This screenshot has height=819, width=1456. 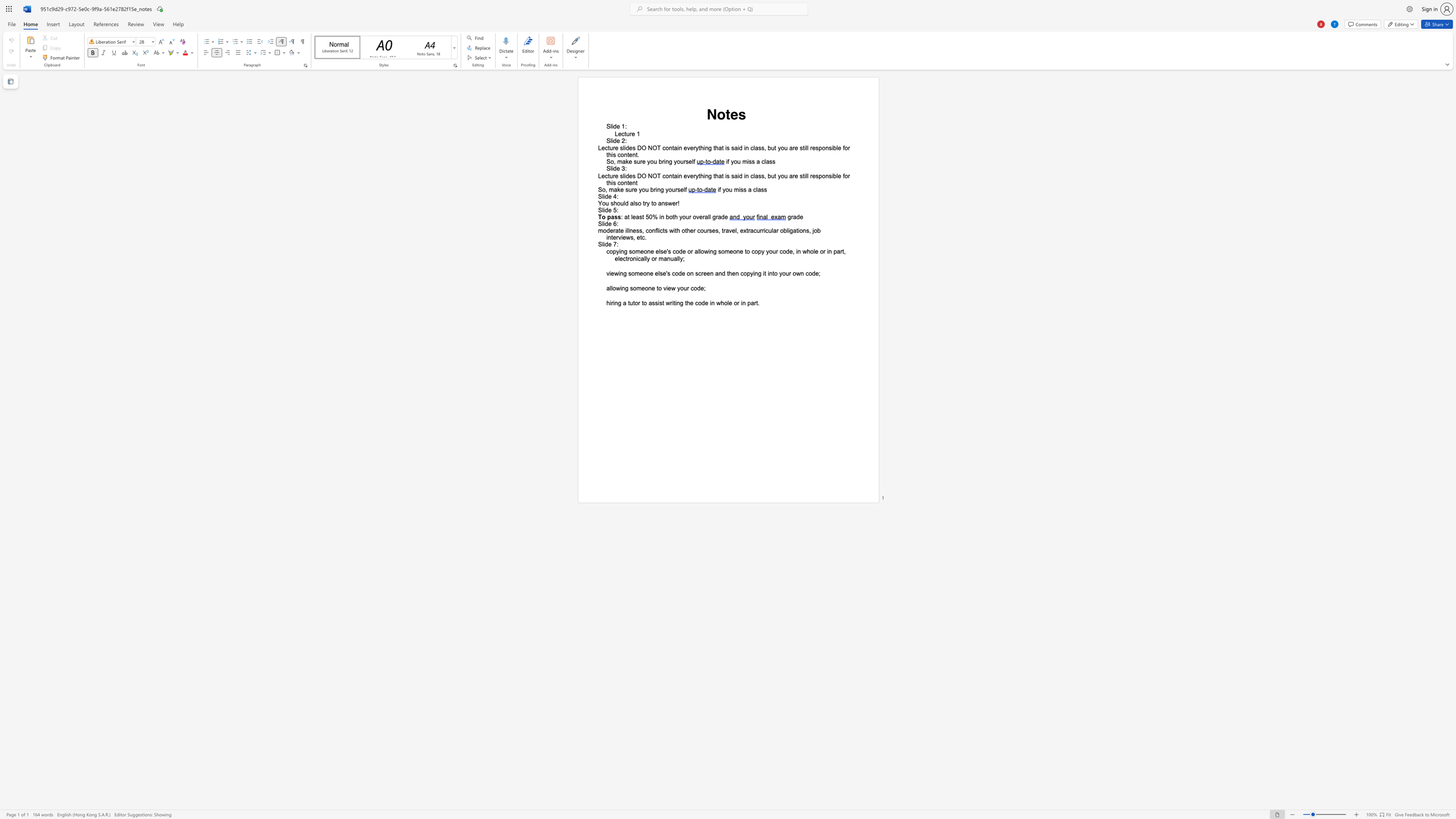 What do you see at coordinates (642, 161) in the screenshot?
I see `the space between the continuous character "r" and "e" in the text` at bounding box center [642, 161].